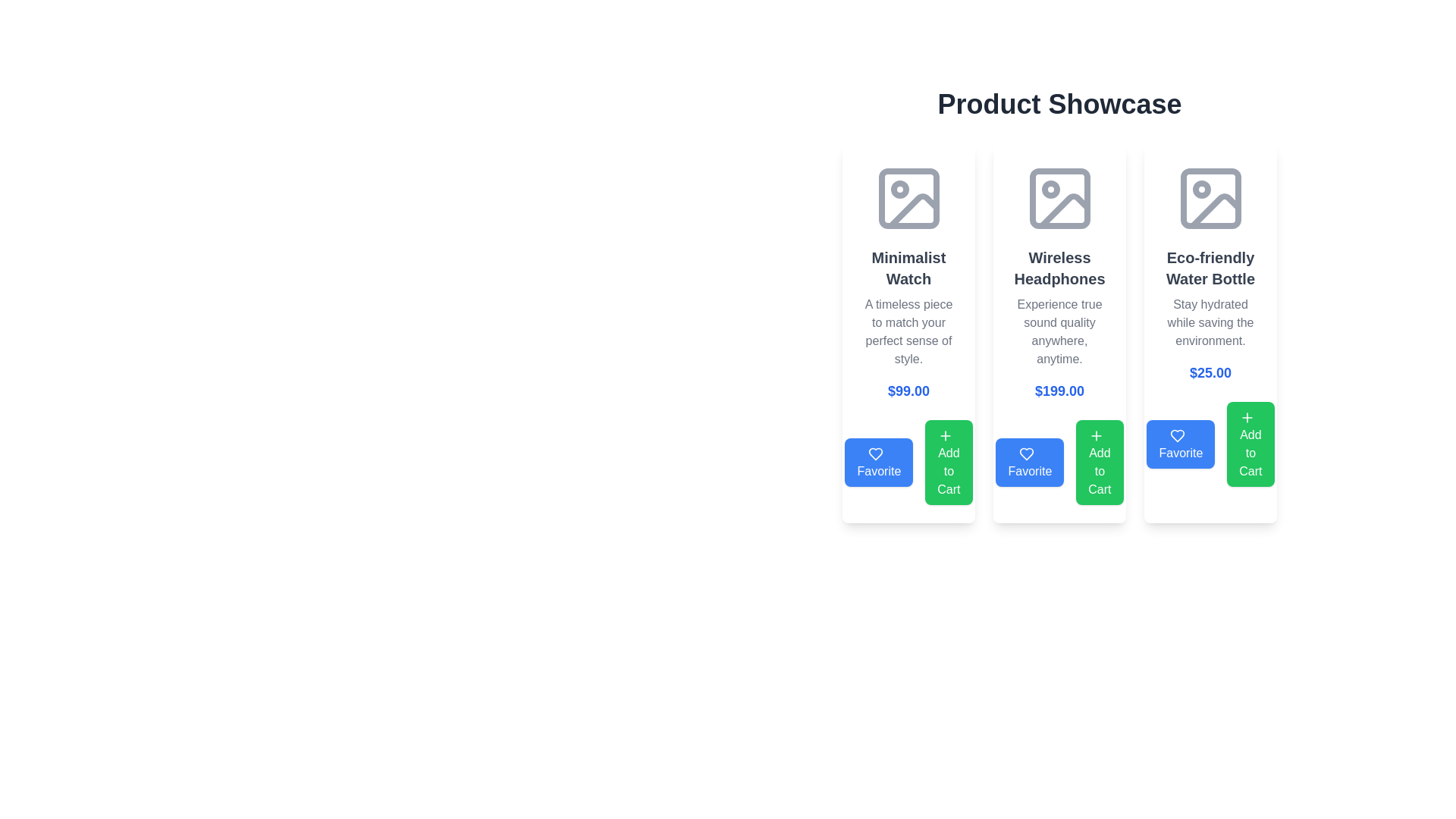 This screenshot has width=1456, height=819. I want to click on text label displaying 'Experience true sound quality anywhere, anytime.' located within the card for 'Wireless Headphones', positioned below the title and above the price, so click(1059, 331).